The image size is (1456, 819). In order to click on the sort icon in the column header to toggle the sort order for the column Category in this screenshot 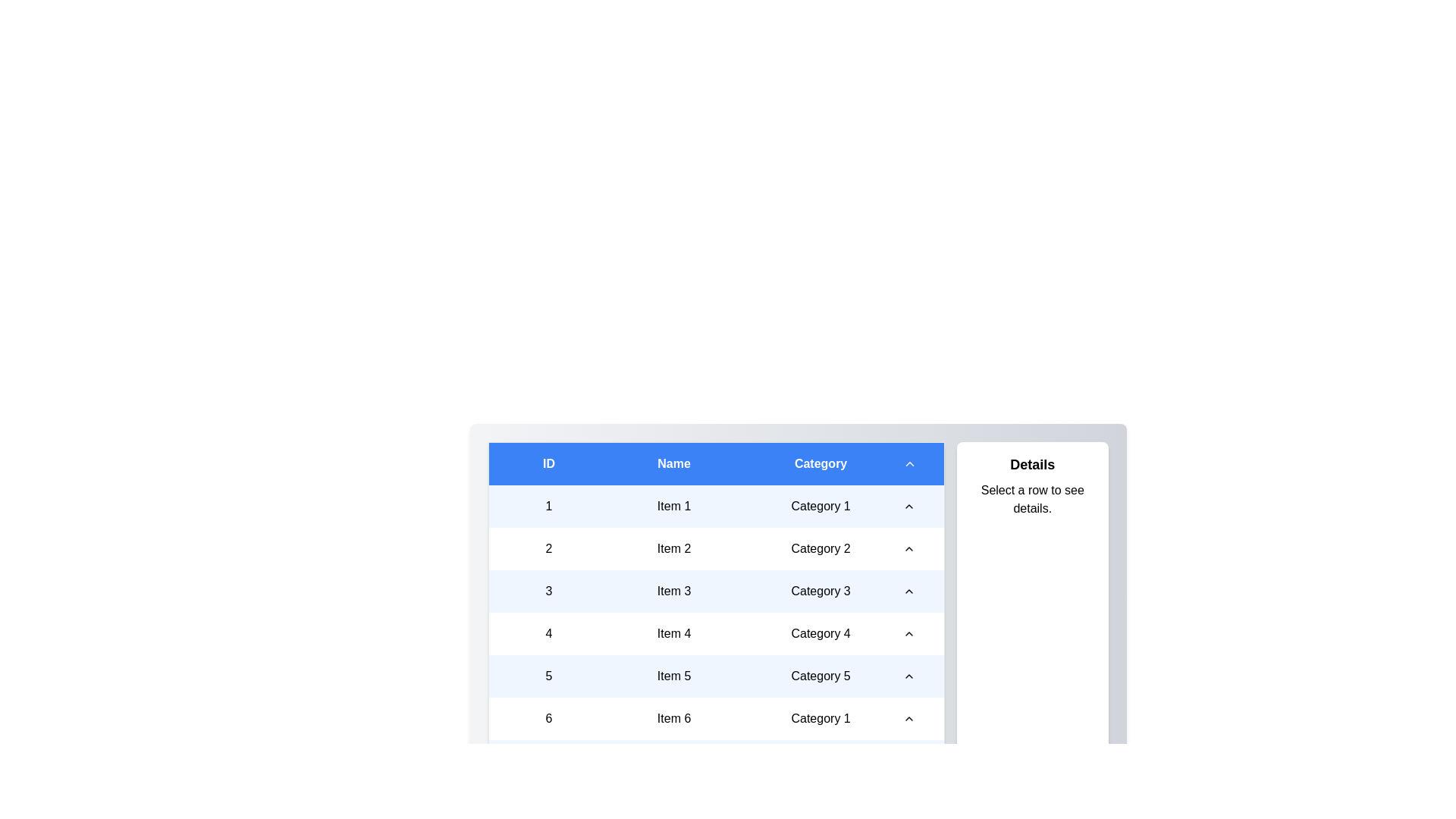, I will do `click(820, 463)`.